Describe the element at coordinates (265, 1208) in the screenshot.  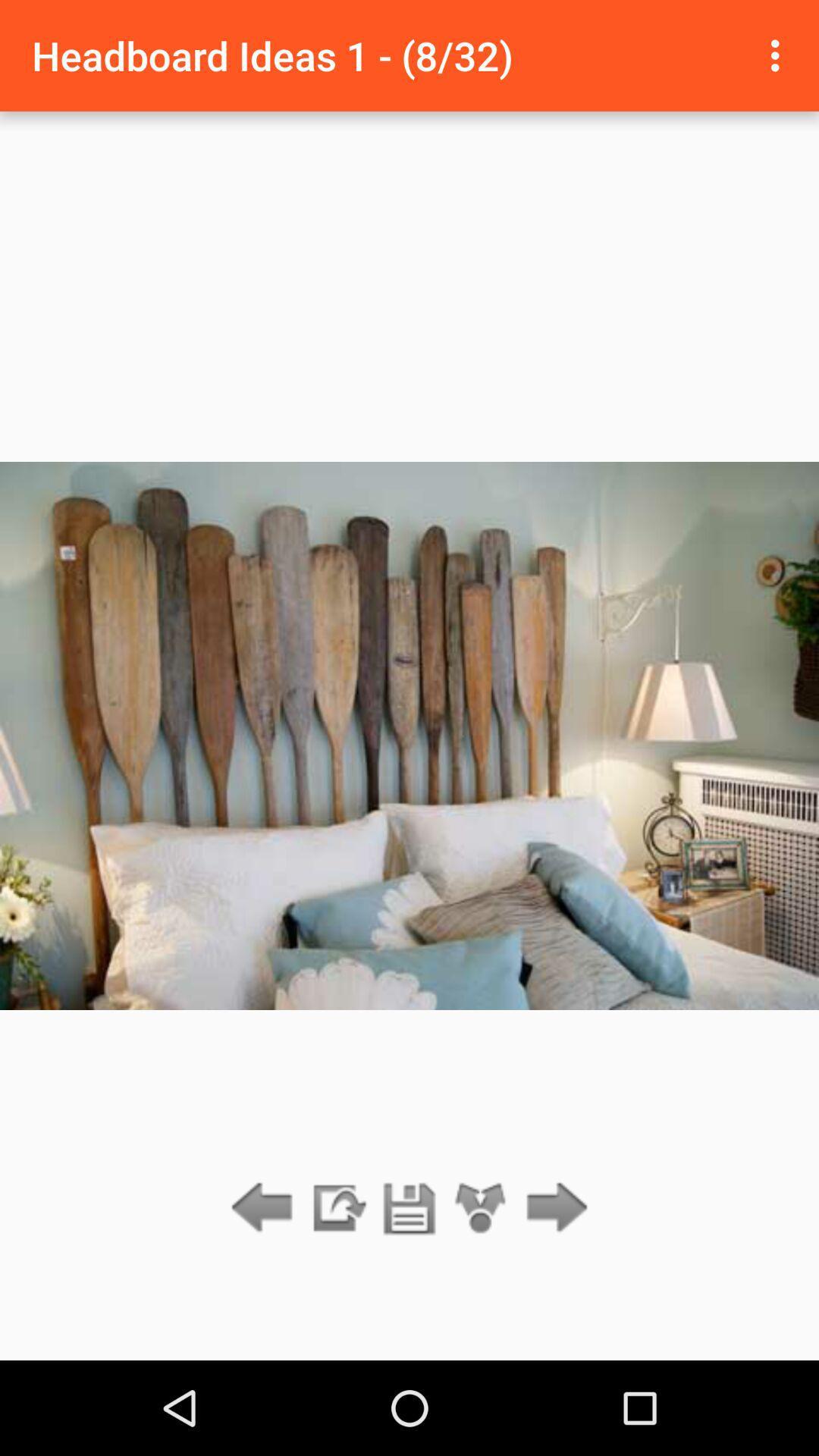
I see `the arrow_backward icon` at that location.